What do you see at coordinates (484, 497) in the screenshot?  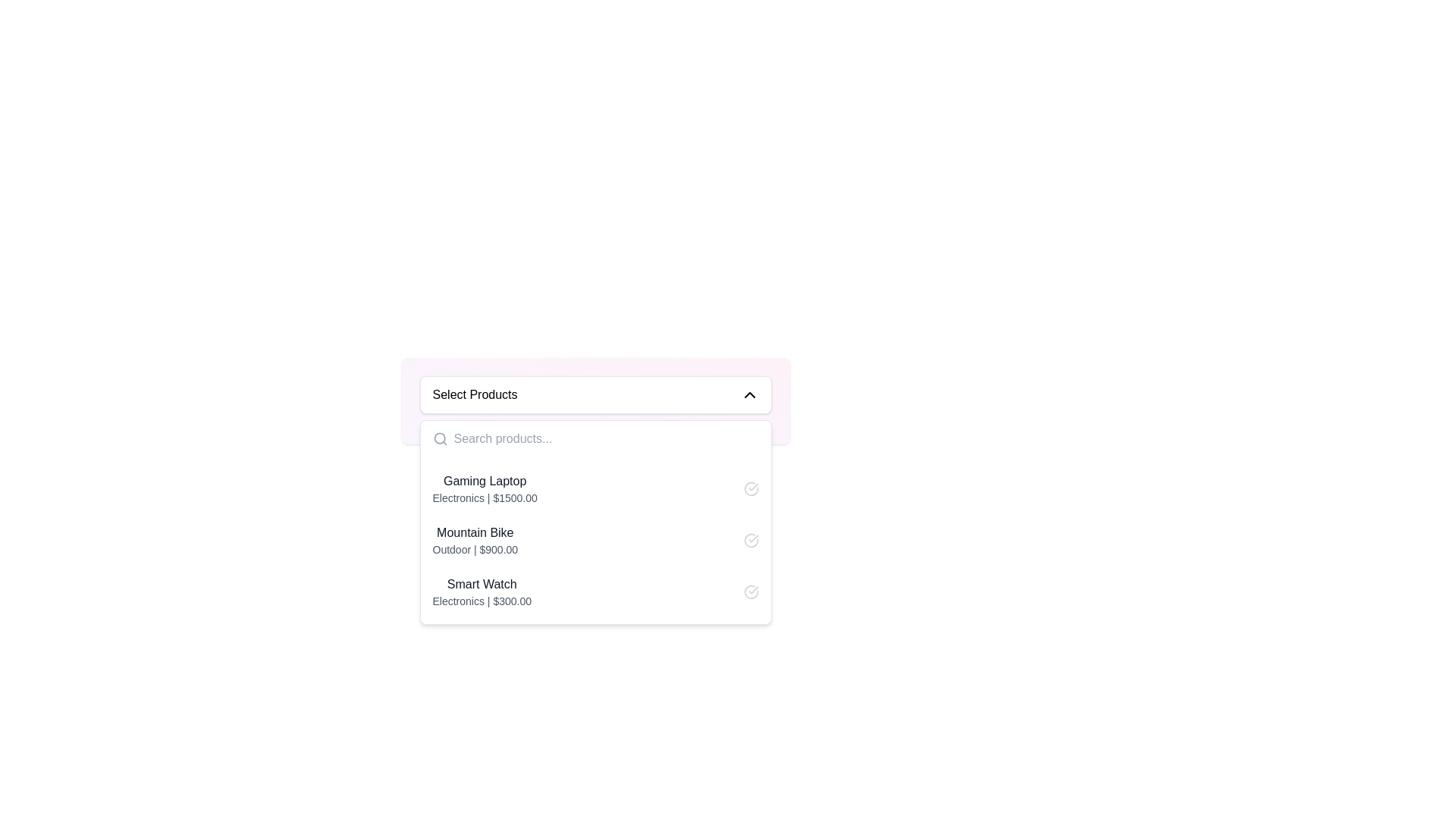 I see `the static text displaying the category 'Electronics' and price '$1500.00', which is located under the dropdown menu labeled 'Select Products' and appears under 'Gaming Laptop'` at bounding box center [484, 497].